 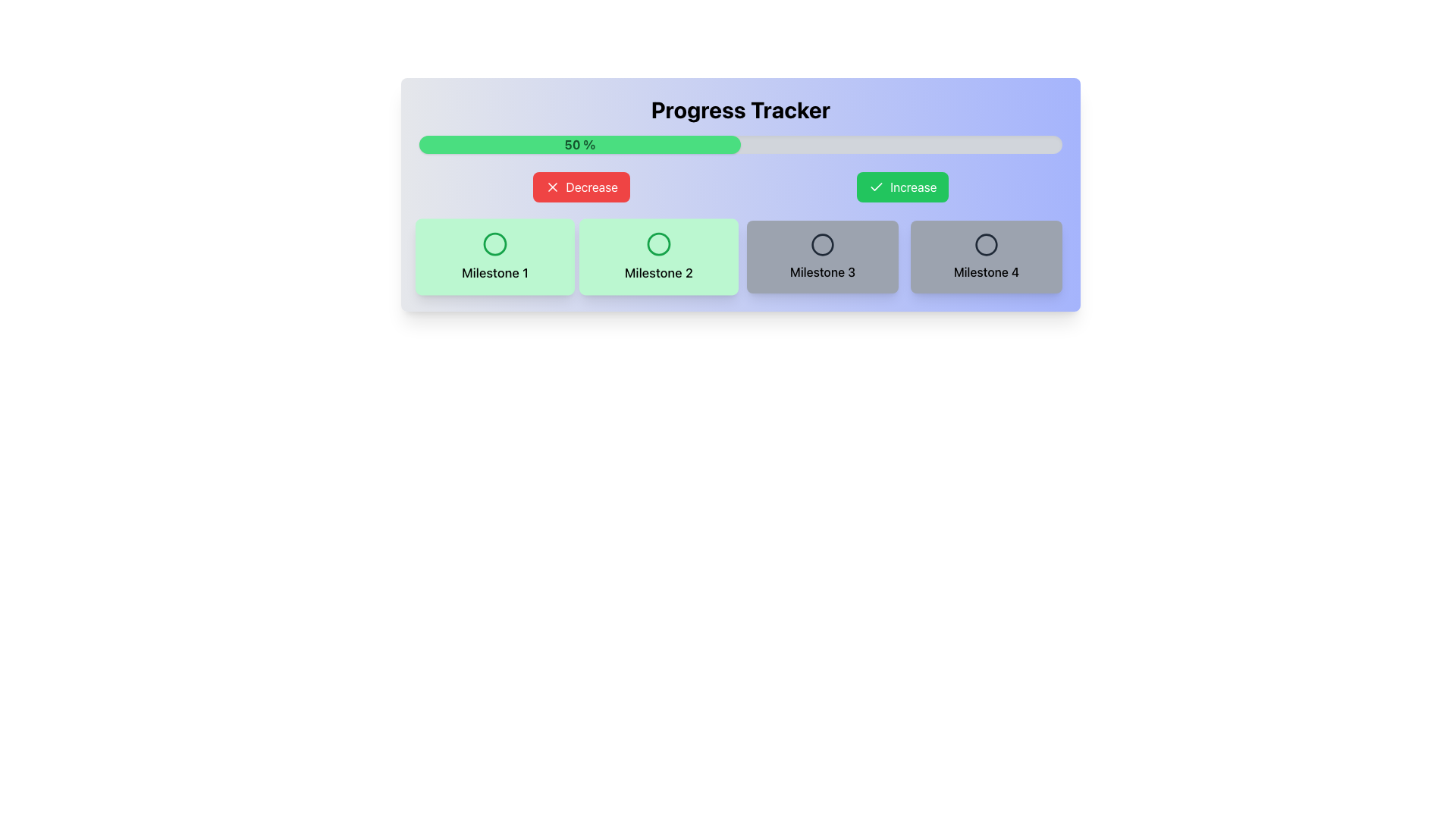 What do you see at coordinates (877, 186) in the screenshot?
I see `the green checkmark icon inside the 'Increase' button located on the right side of the top button group` at bounding box center [877, 186].